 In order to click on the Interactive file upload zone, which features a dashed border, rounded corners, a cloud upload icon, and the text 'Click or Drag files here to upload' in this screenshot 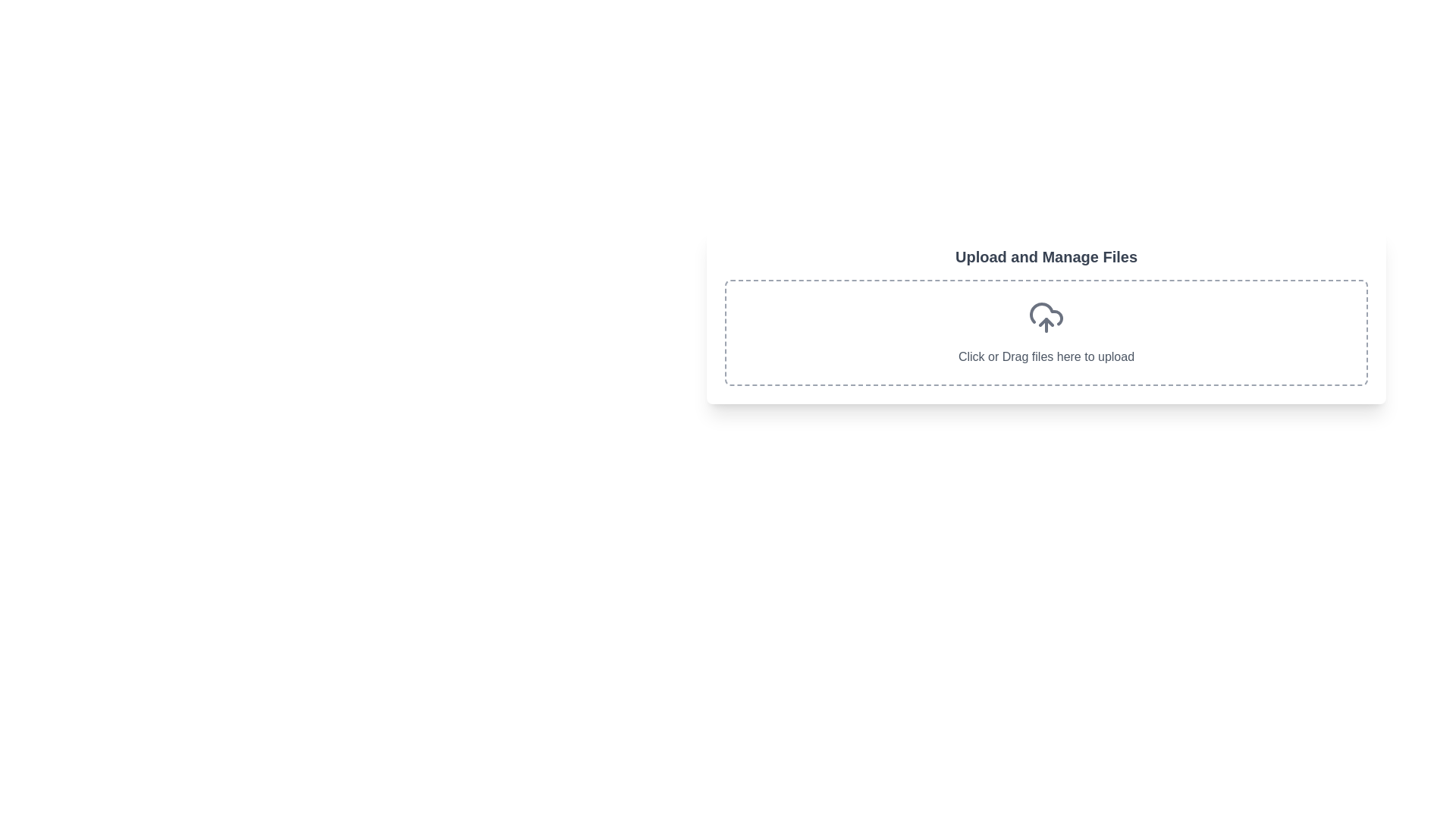, I will do `click(1046, 332)`.